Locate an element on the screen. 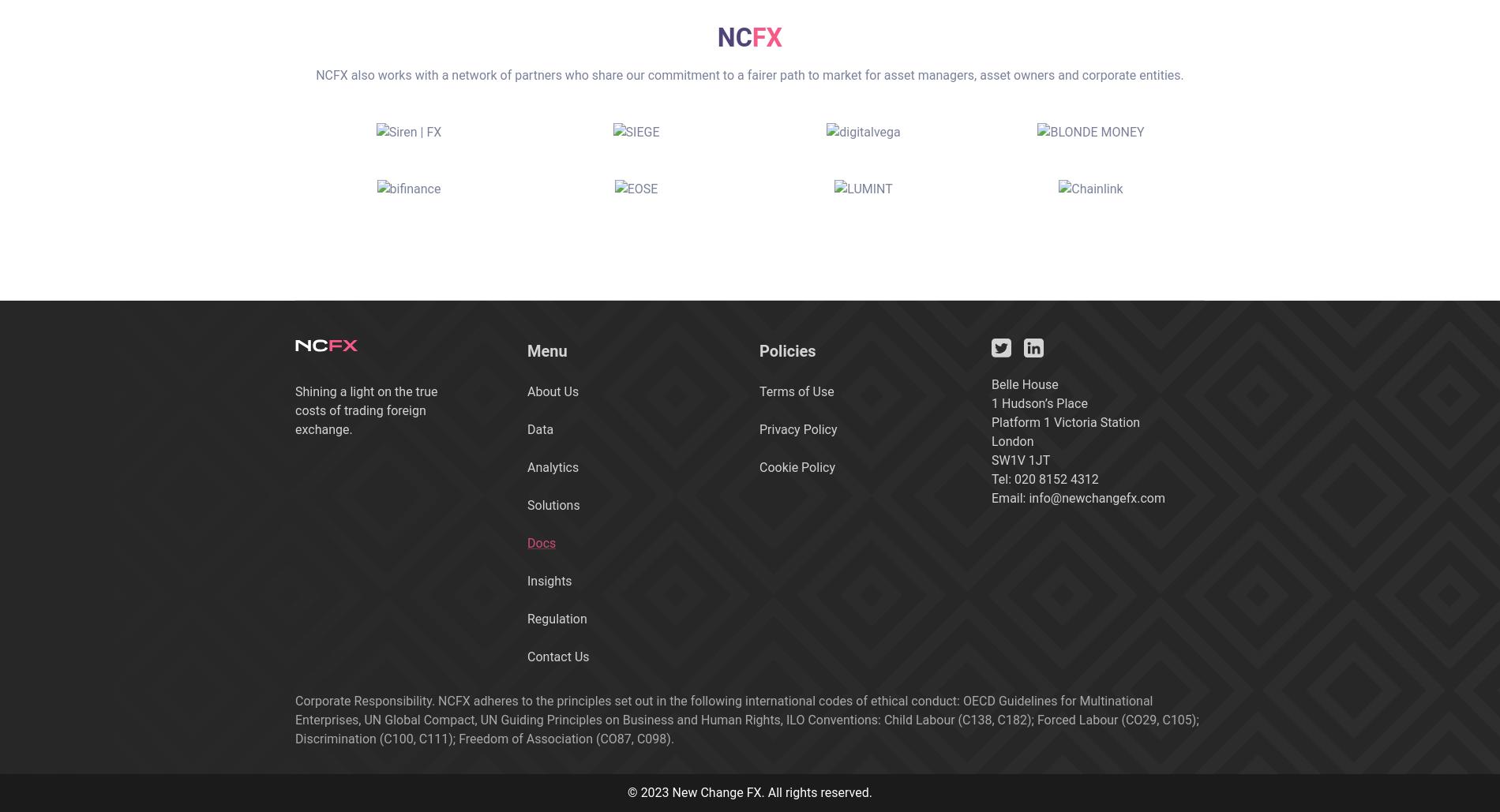 The image size is (1500, 812). 'Tel:' is located at coordinates (1002, 478).